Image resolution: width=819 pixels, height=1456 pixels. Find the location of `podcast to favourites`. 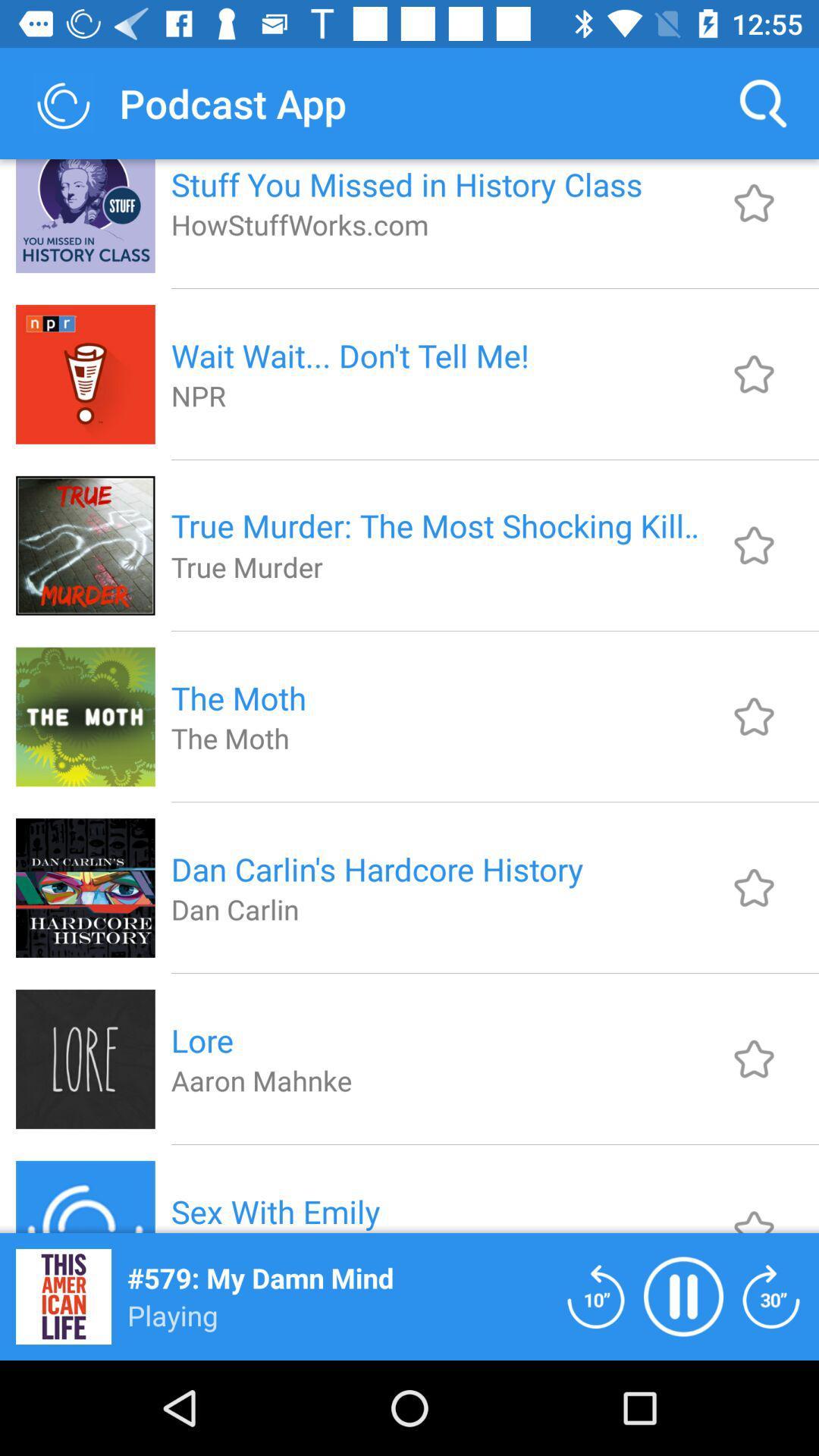

podcast to favourites is located at coordinates (754, 202).